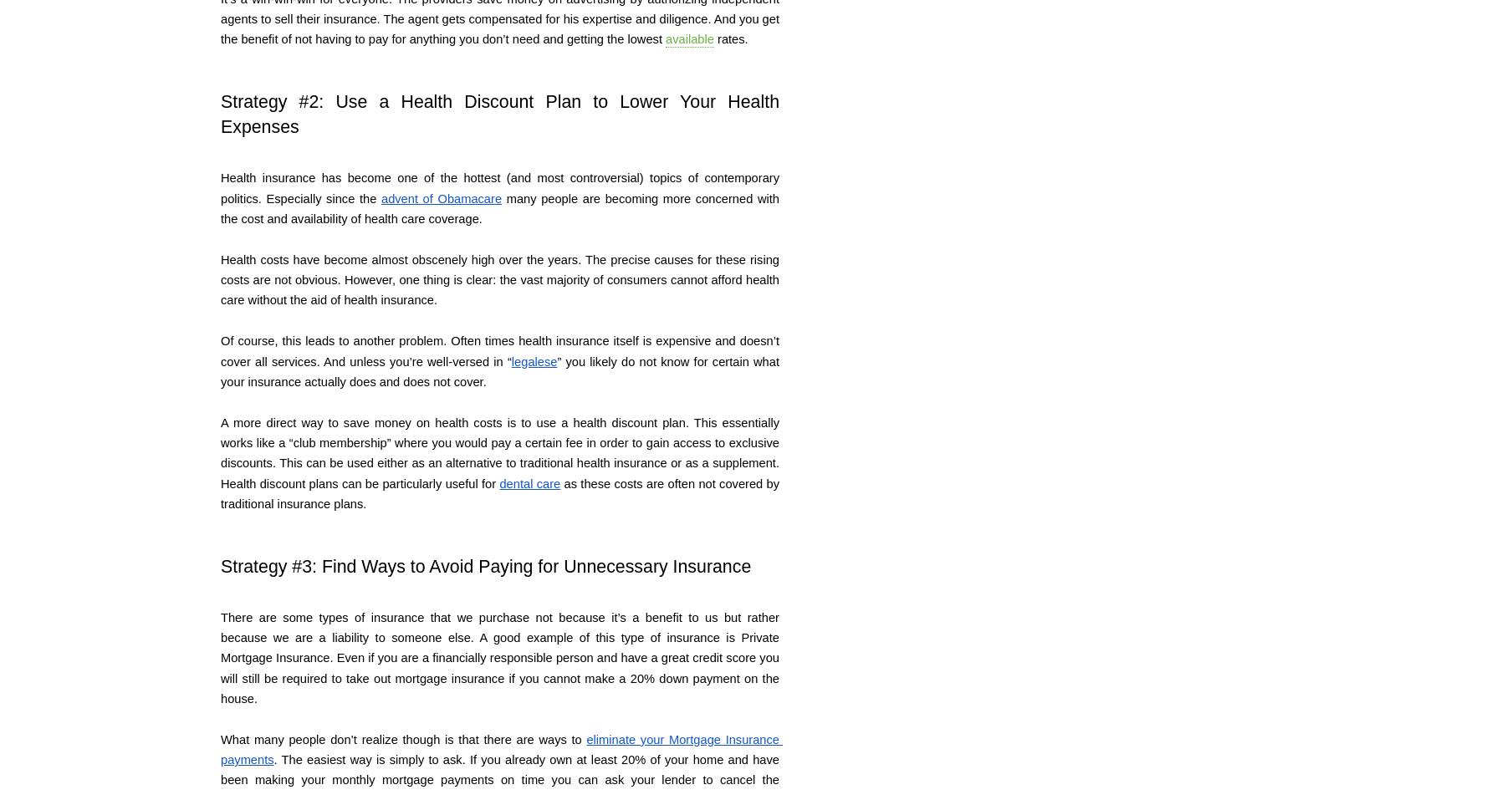 The width and height of the screenshot is (1512, 795). What do you see at coordinates (529, 482) in the screenshot?
I see `'dental care'` at bounding box center [529, 482].